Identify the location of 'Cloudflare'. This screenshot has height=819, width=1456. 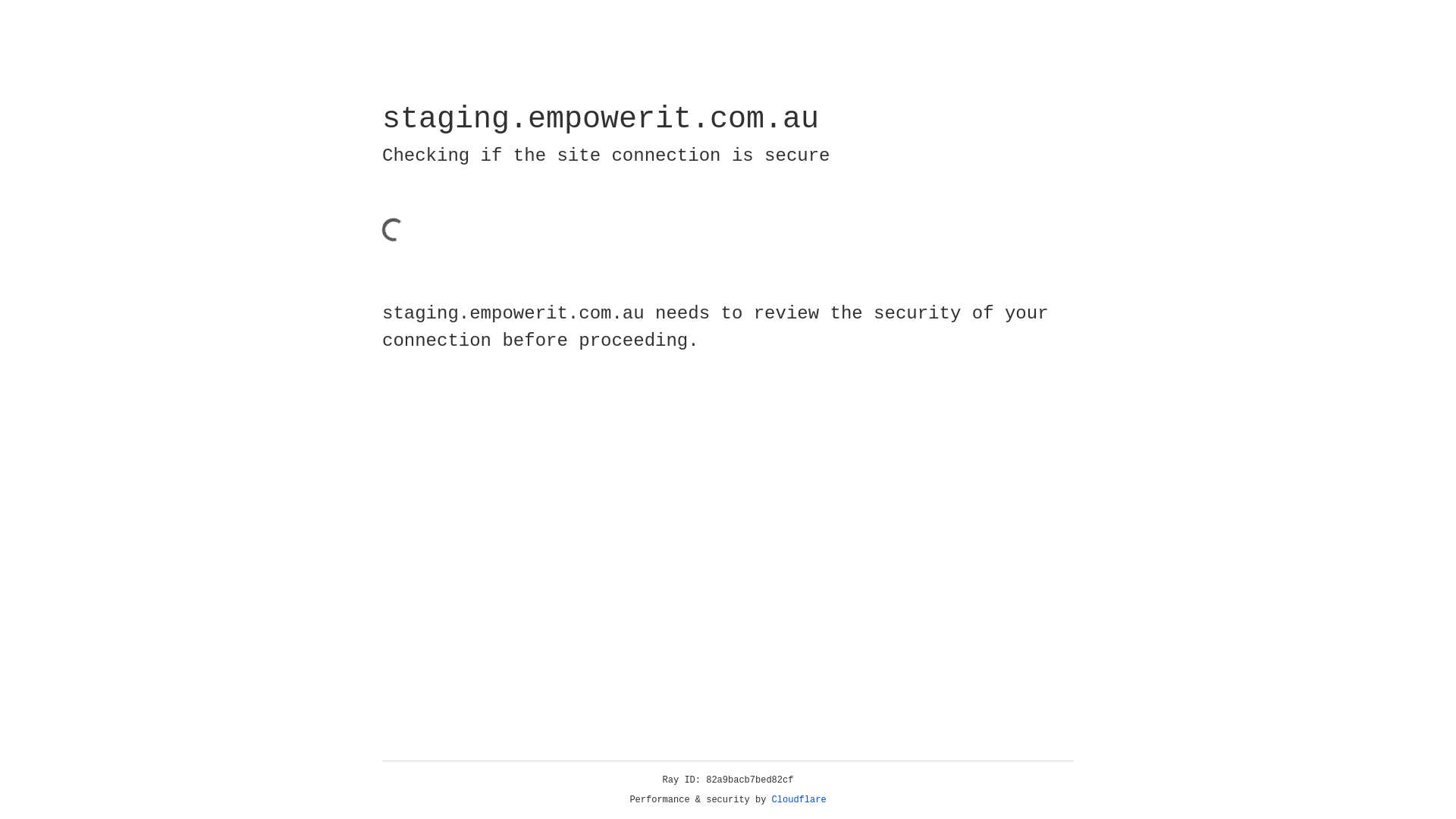
(799, 799).